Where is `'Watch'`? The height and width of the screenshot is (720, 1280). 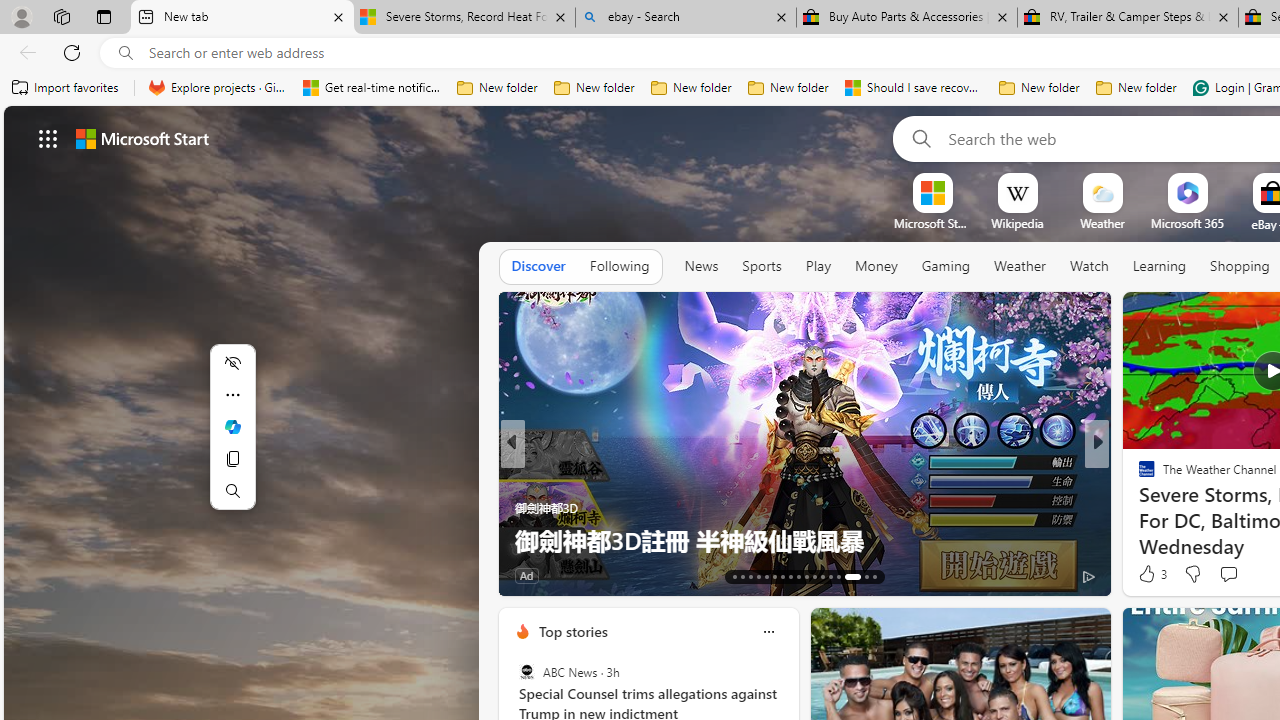 'Watch' is located at coordinates (1088, 266).